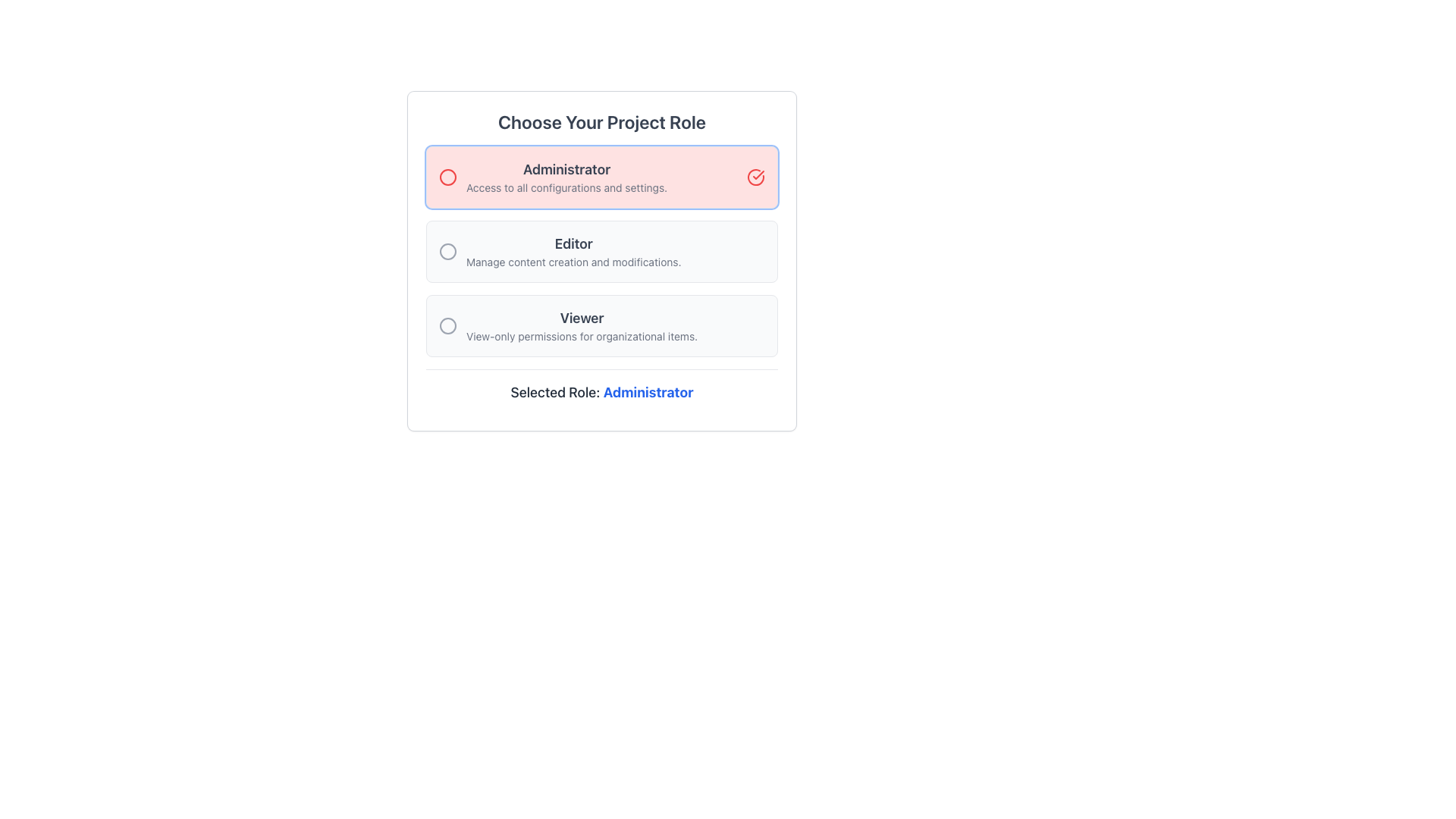 This screenshot has height=819, width=1456. Describe the element at coordinates (559, 250) in the screenshot. I see `the 'Editor' role radio button` at that location.